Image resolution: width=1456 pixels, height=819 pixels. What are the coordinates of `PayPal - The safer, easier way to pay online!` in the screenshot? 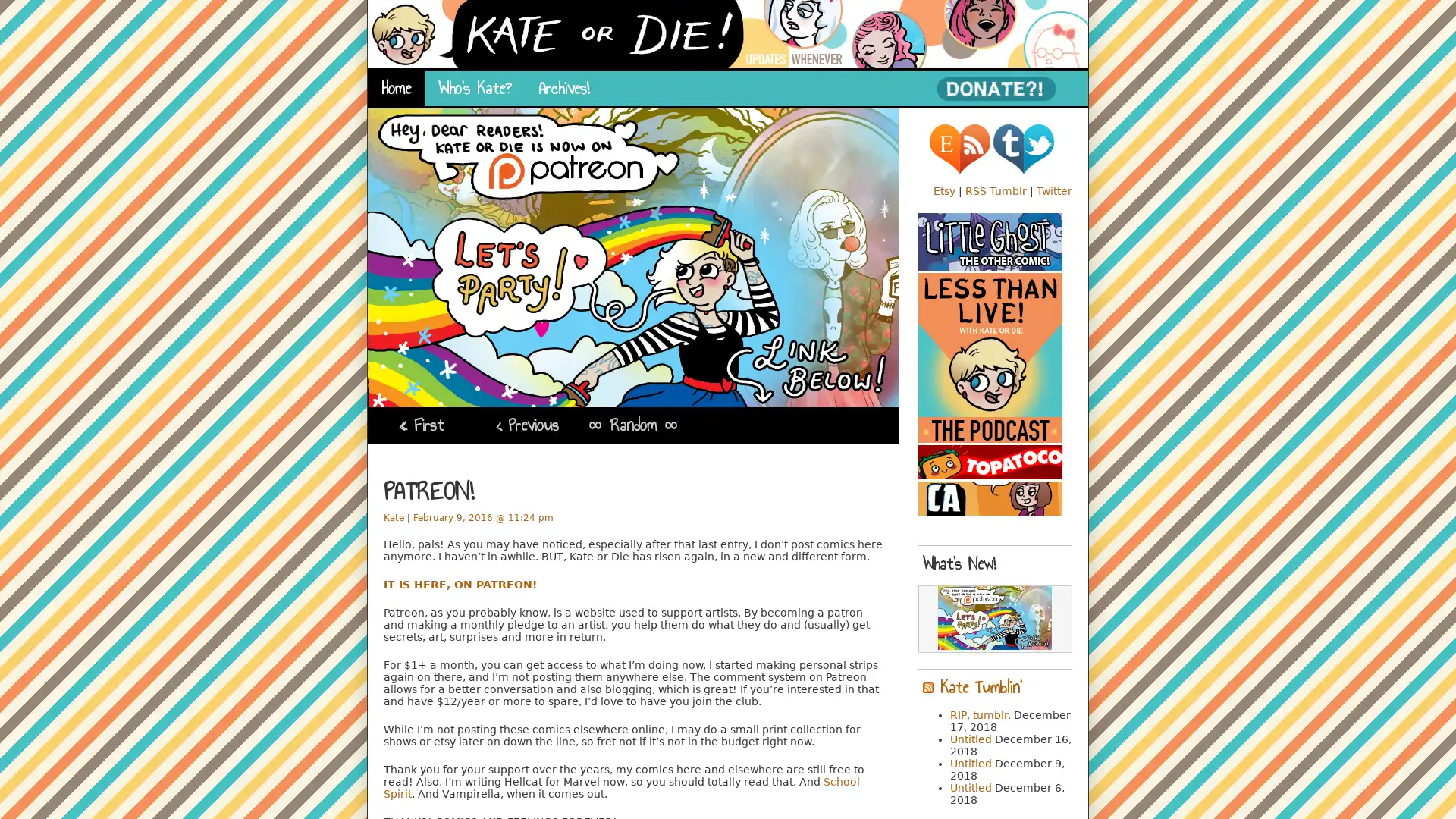 It's located at (995, 89).